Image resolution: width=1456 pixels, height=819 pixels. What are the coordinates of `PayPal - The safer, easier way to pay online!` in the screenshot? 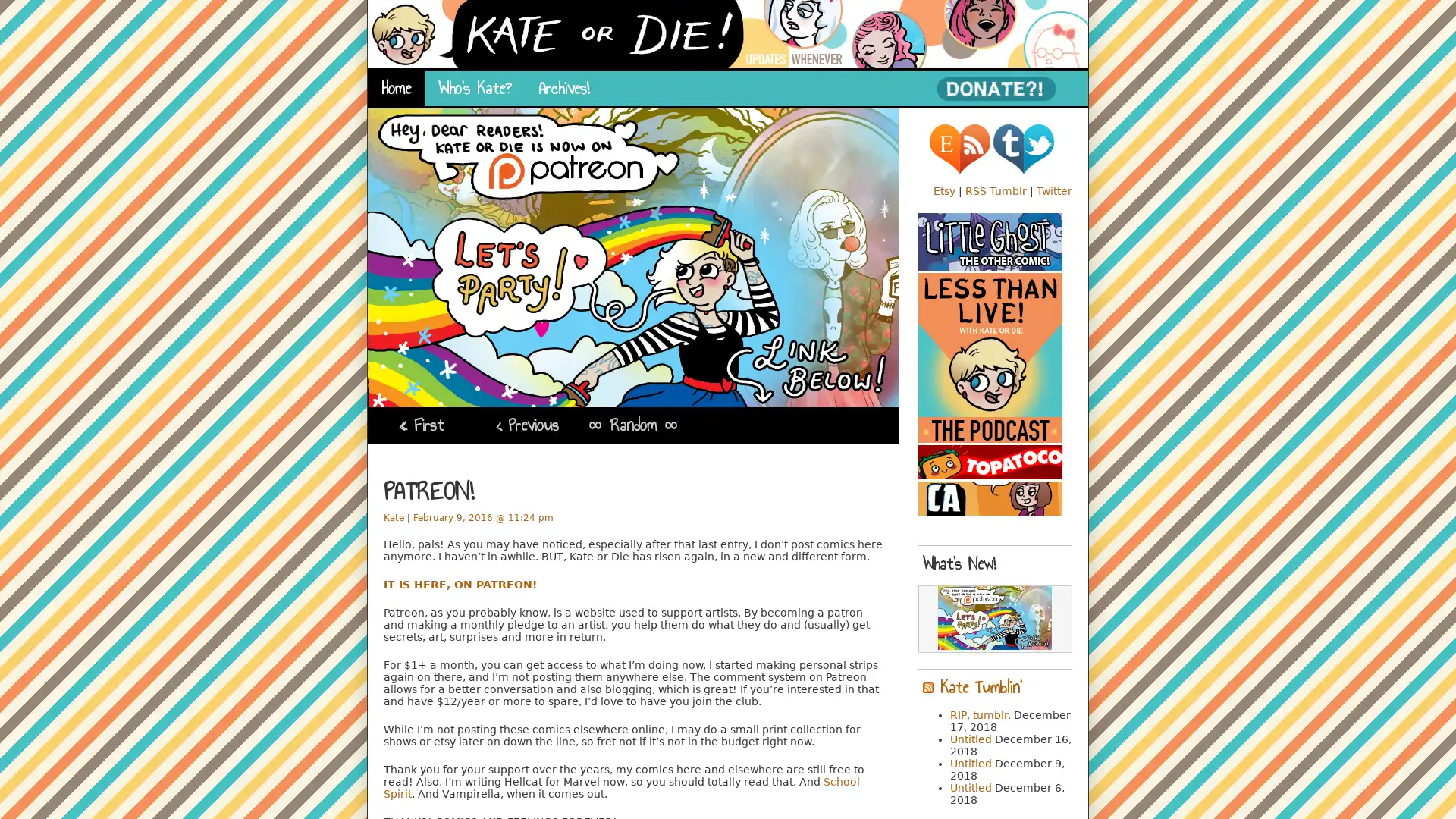 It's located at (995, 89).